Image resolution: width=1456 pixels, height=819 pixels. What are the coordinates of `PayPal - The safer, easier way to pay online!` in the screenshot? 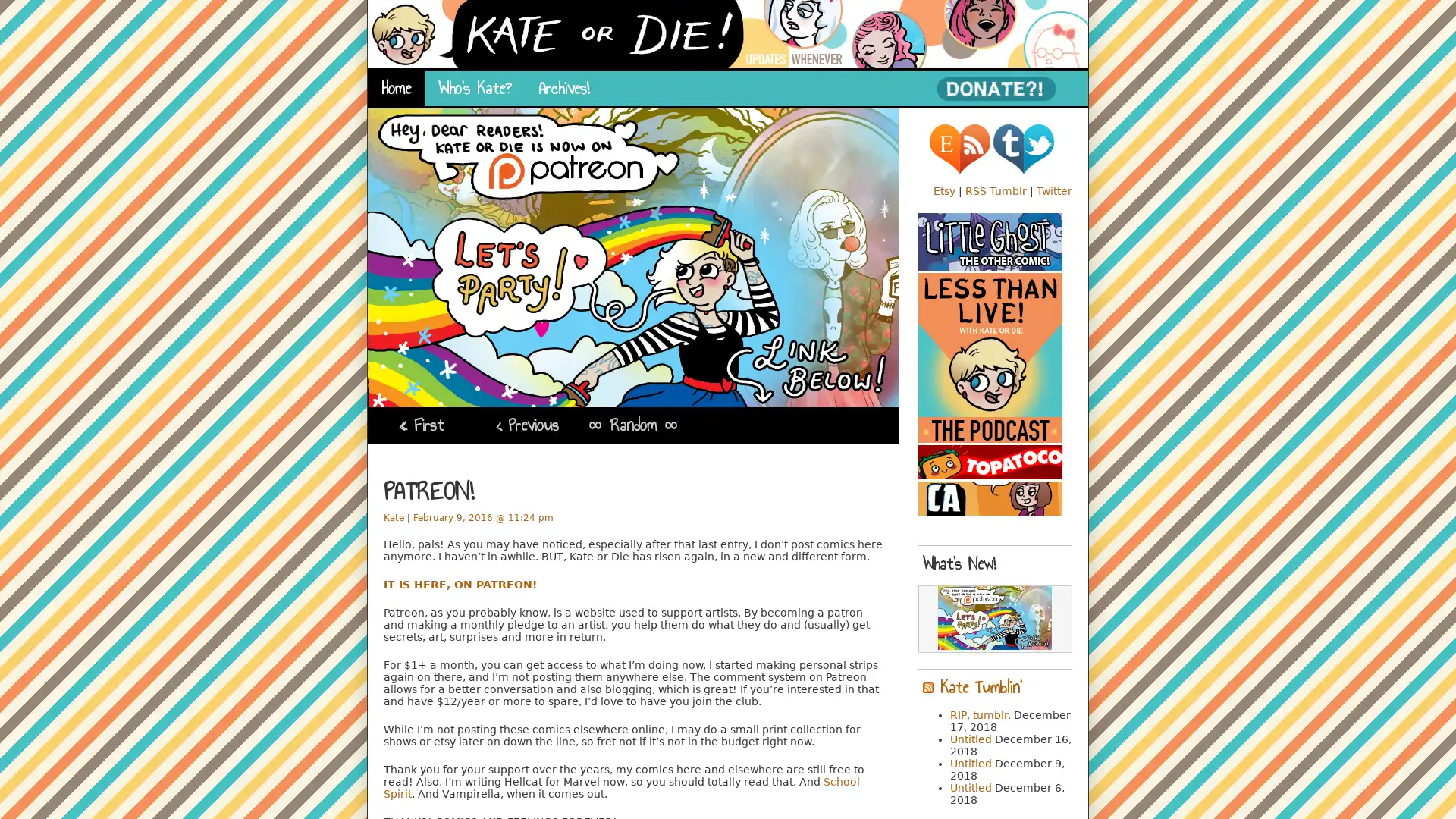 It's located at (995, 89).